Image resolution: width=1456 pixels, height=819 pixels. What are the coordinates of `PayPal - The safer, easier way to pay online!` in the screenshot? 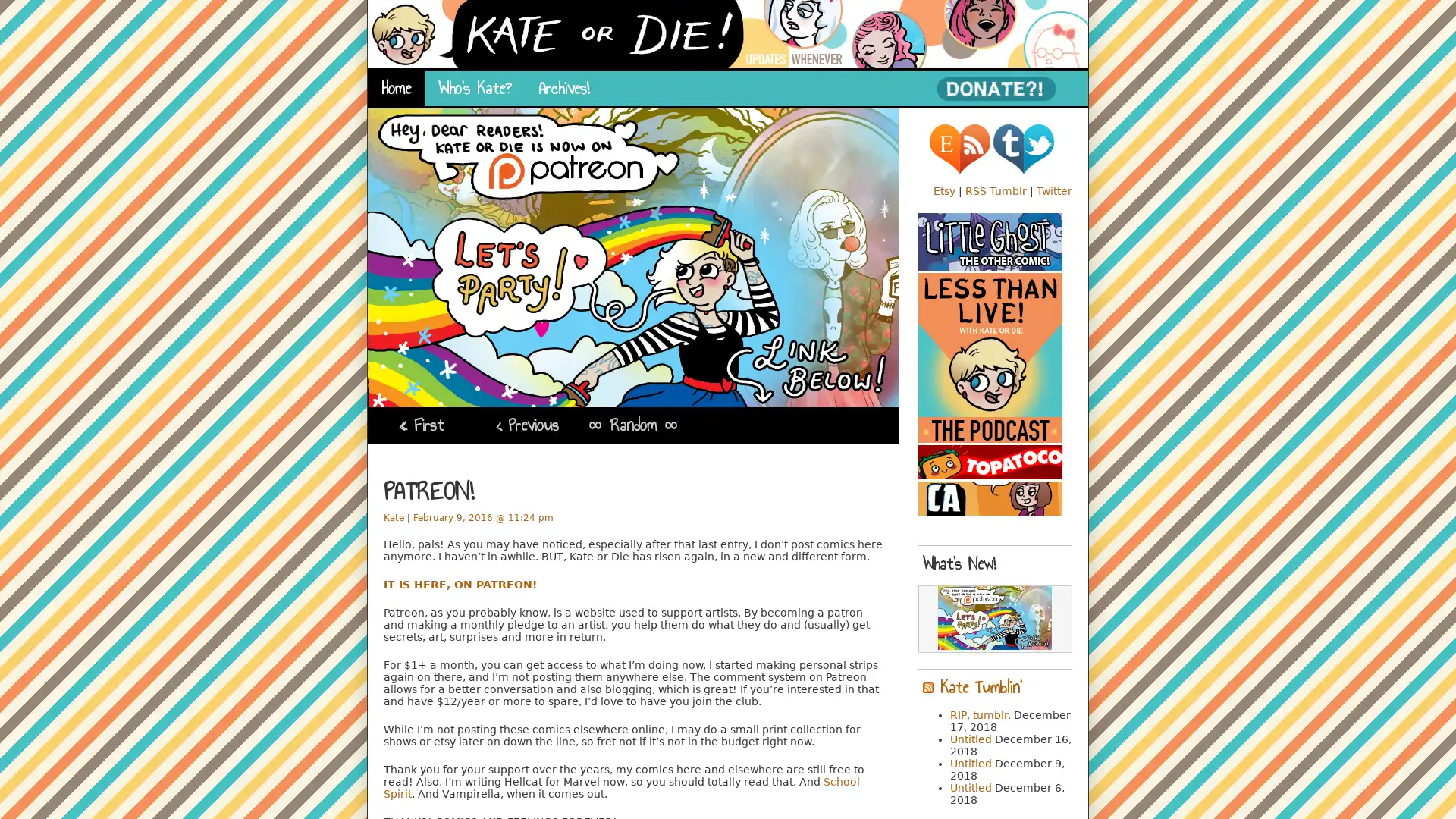 It's located at (995, 89).